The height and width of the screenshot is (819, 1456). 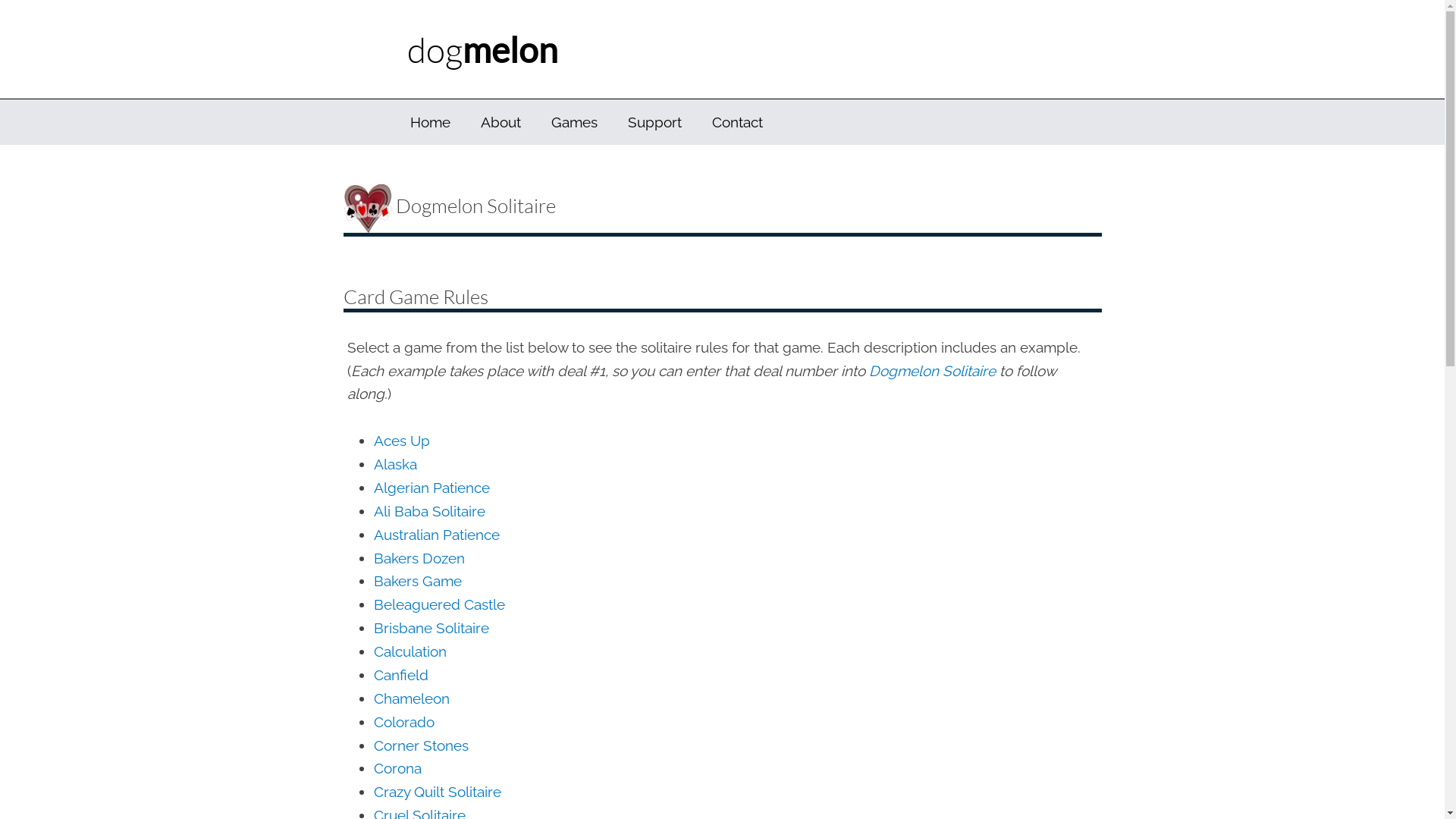 What do you see at coordinates (420, 745) in the screenshot?
I see `'Corner Stones'` at bounding box center [420, 745].